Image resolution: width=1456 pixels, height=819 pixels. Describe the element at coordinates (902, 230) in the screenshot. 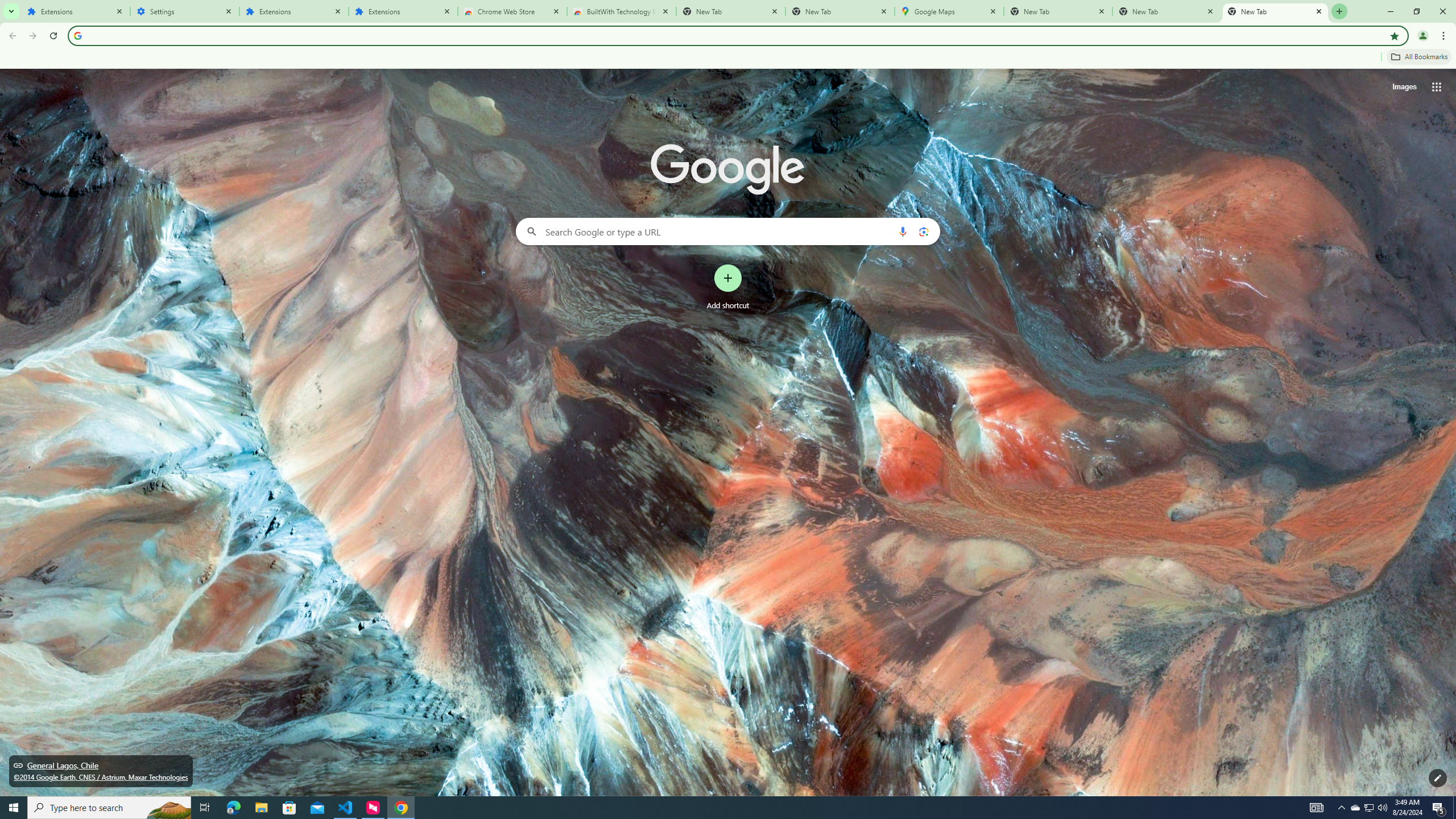

I see `'Search by voice'` at that location.